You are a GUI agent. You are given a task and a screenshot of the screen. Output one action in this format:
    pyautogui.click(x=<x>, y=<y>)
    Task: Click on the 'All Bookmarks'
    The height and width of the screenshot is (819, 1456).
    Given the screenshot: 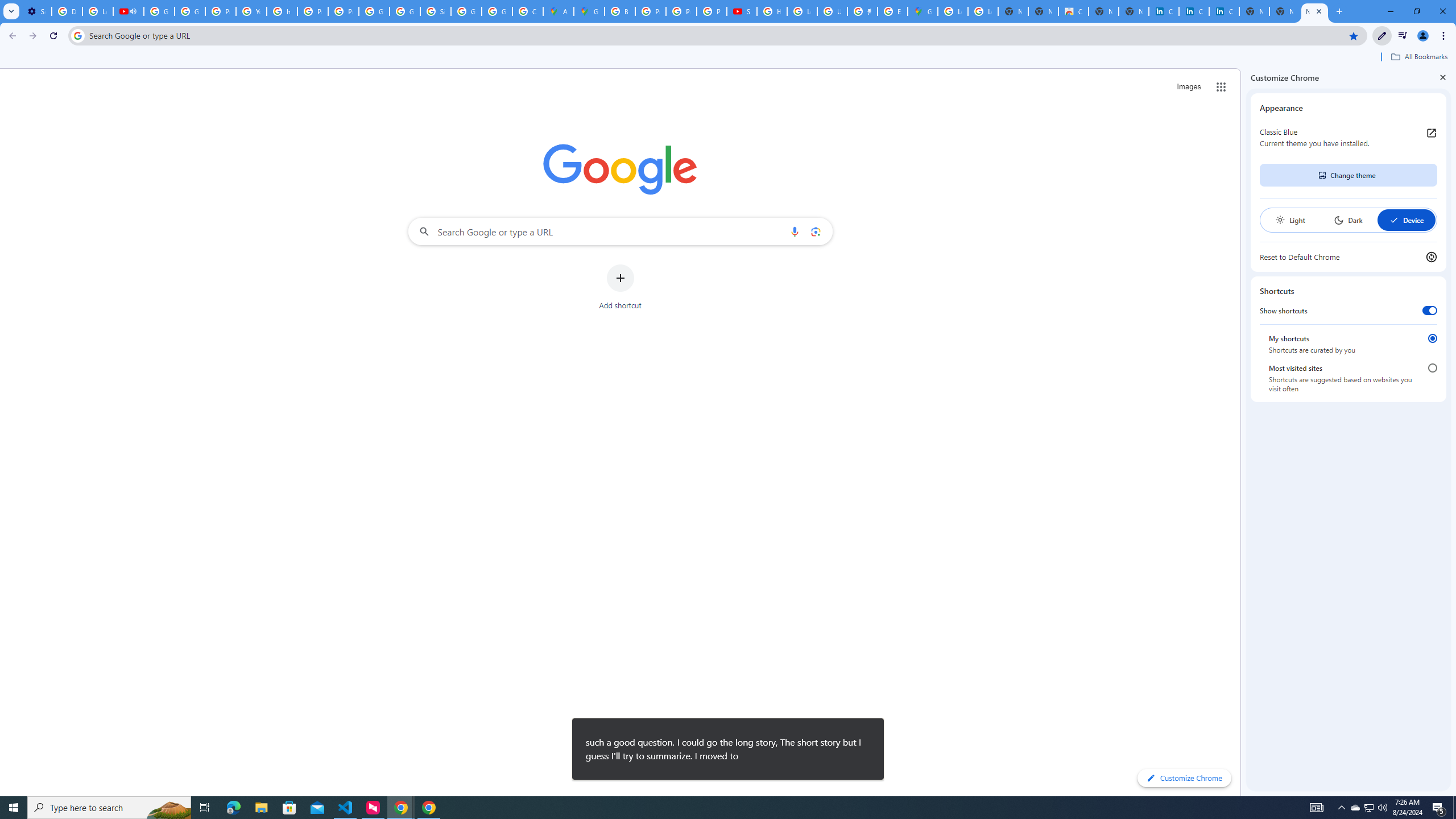 What is the action you would take?
    pyautogui.click(x=1418, y=56)
    